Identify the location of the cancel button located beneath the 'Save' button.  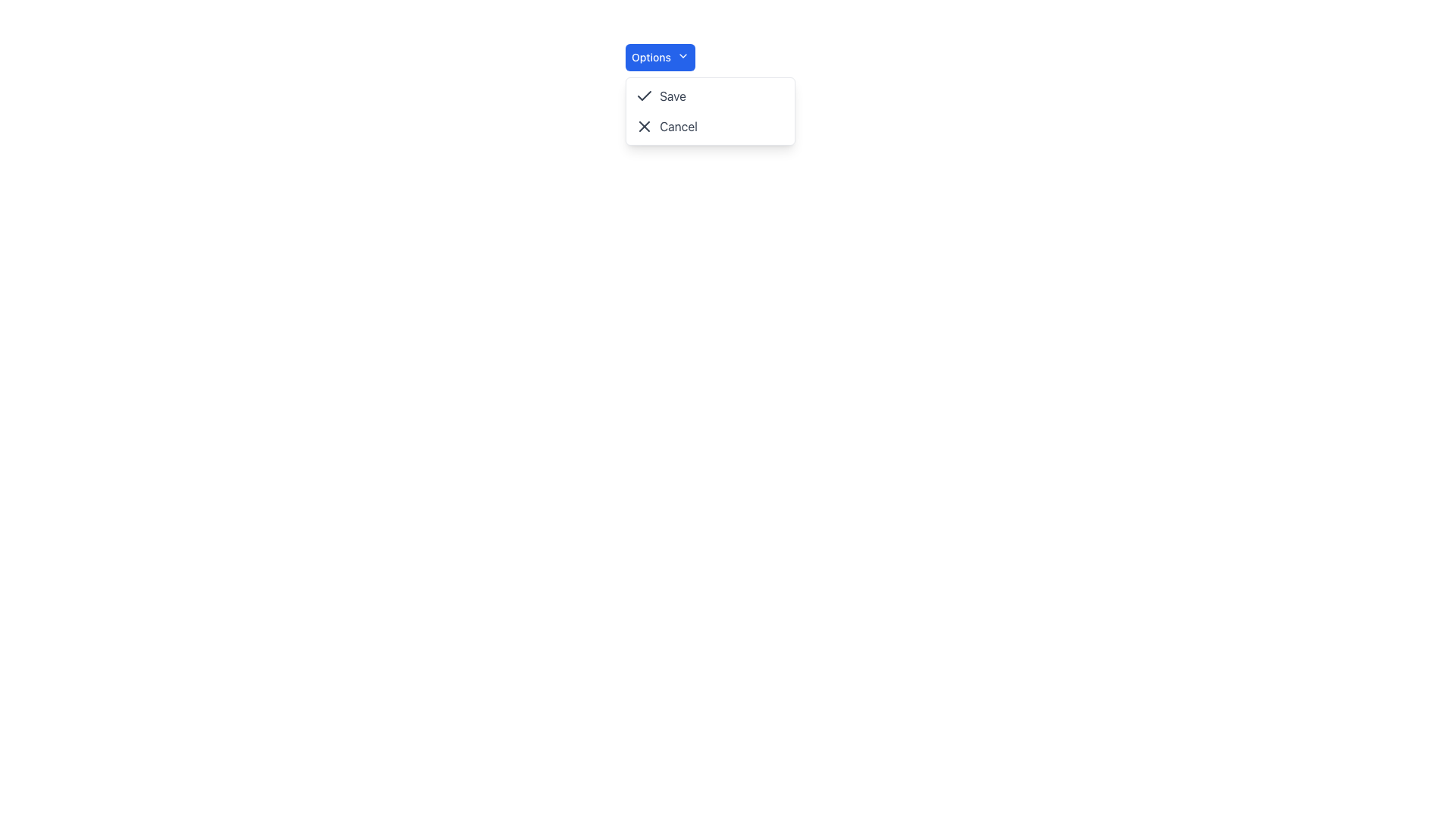
(710, 125).